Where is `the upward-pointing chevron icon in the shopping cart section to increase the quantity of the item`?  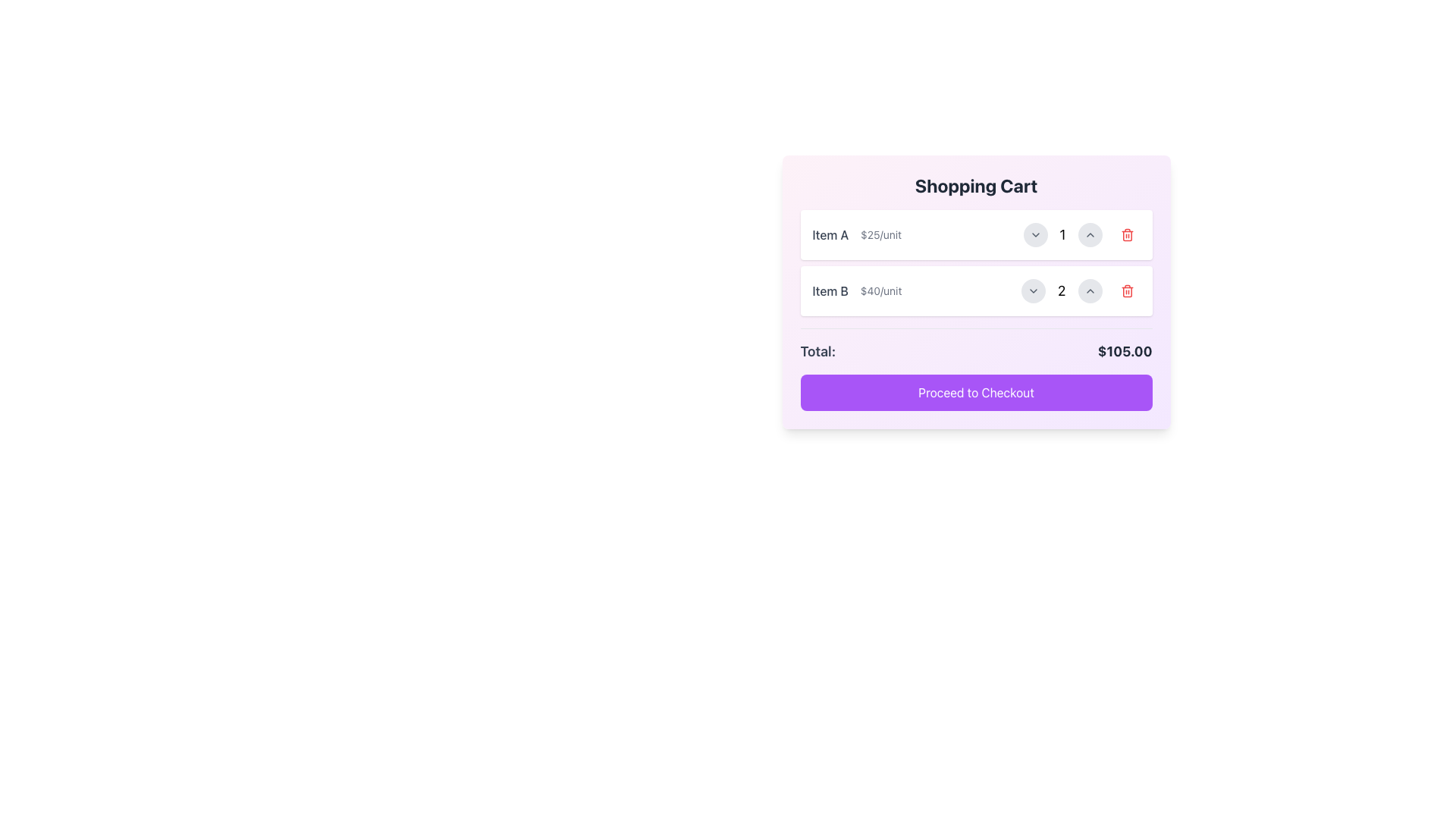 the upward-pointing chevron icon in the shopping cart section to increase the quantity of the item is located at coordinates (1089, 291).